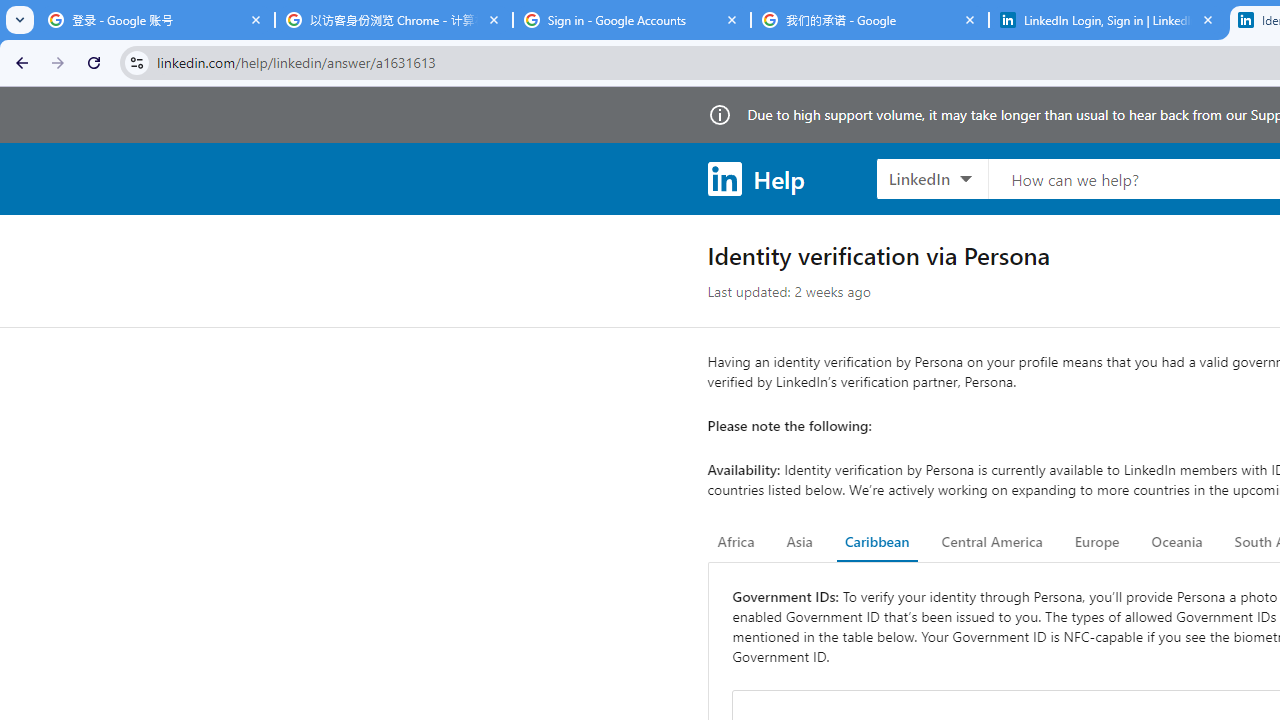 Image resolution: width=1280 pixels, height=720 pixels. I want to click on 'Africa', so click(735, 542).